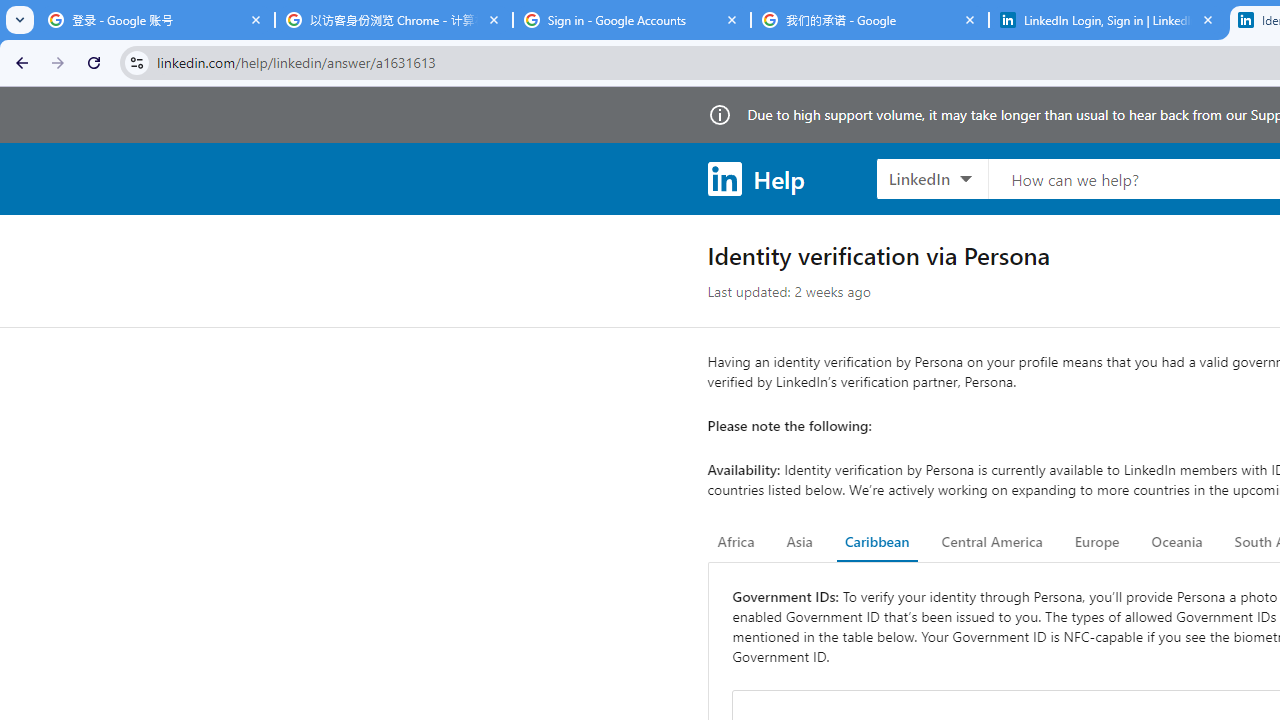 Image resolution: width=1280 pixels, height=720 pixels. I want to click on 'Africa', so click(735, 542).